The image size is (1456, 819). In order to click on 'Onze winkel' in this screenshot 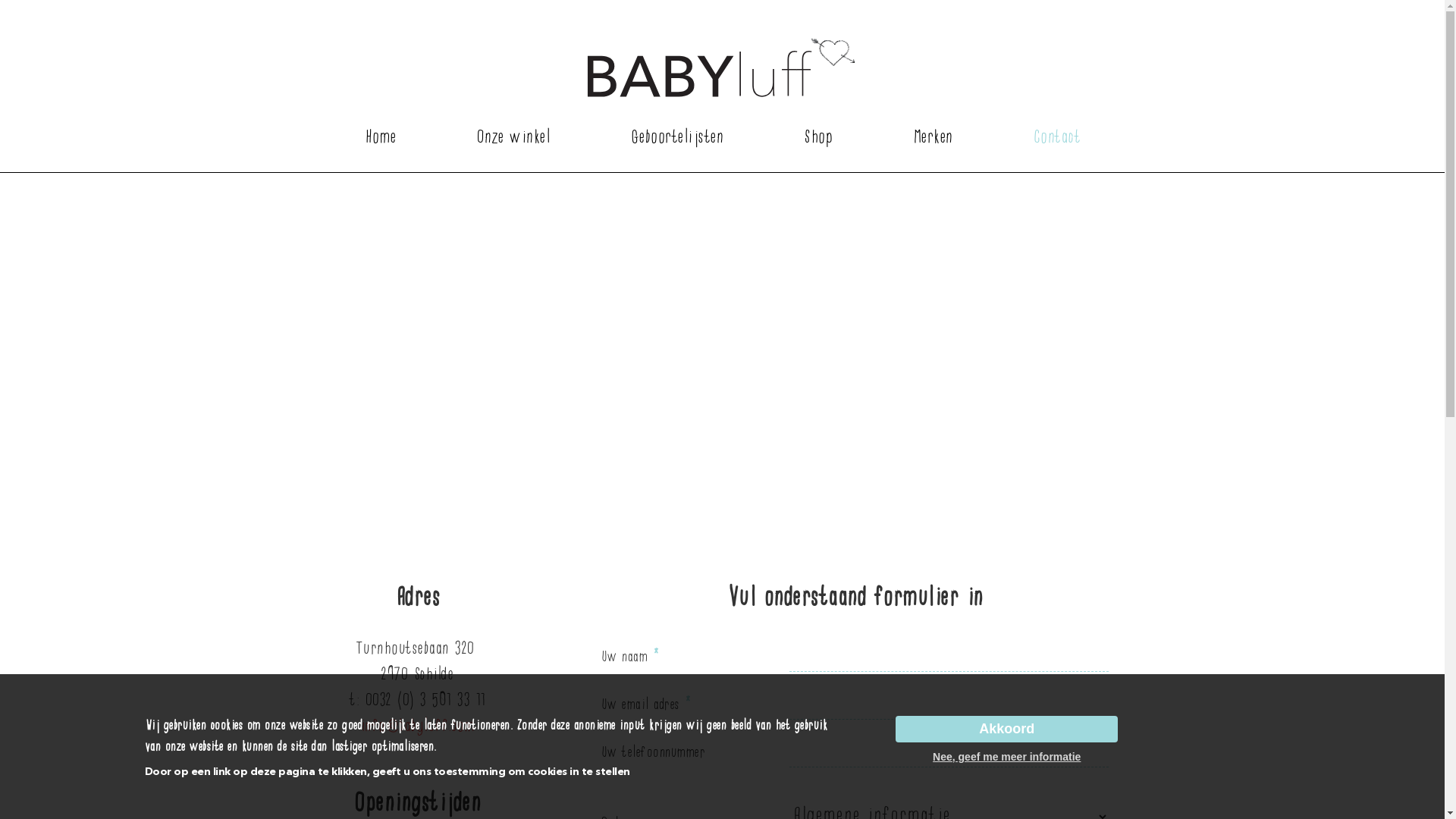, I will do `click(513, 137)`.